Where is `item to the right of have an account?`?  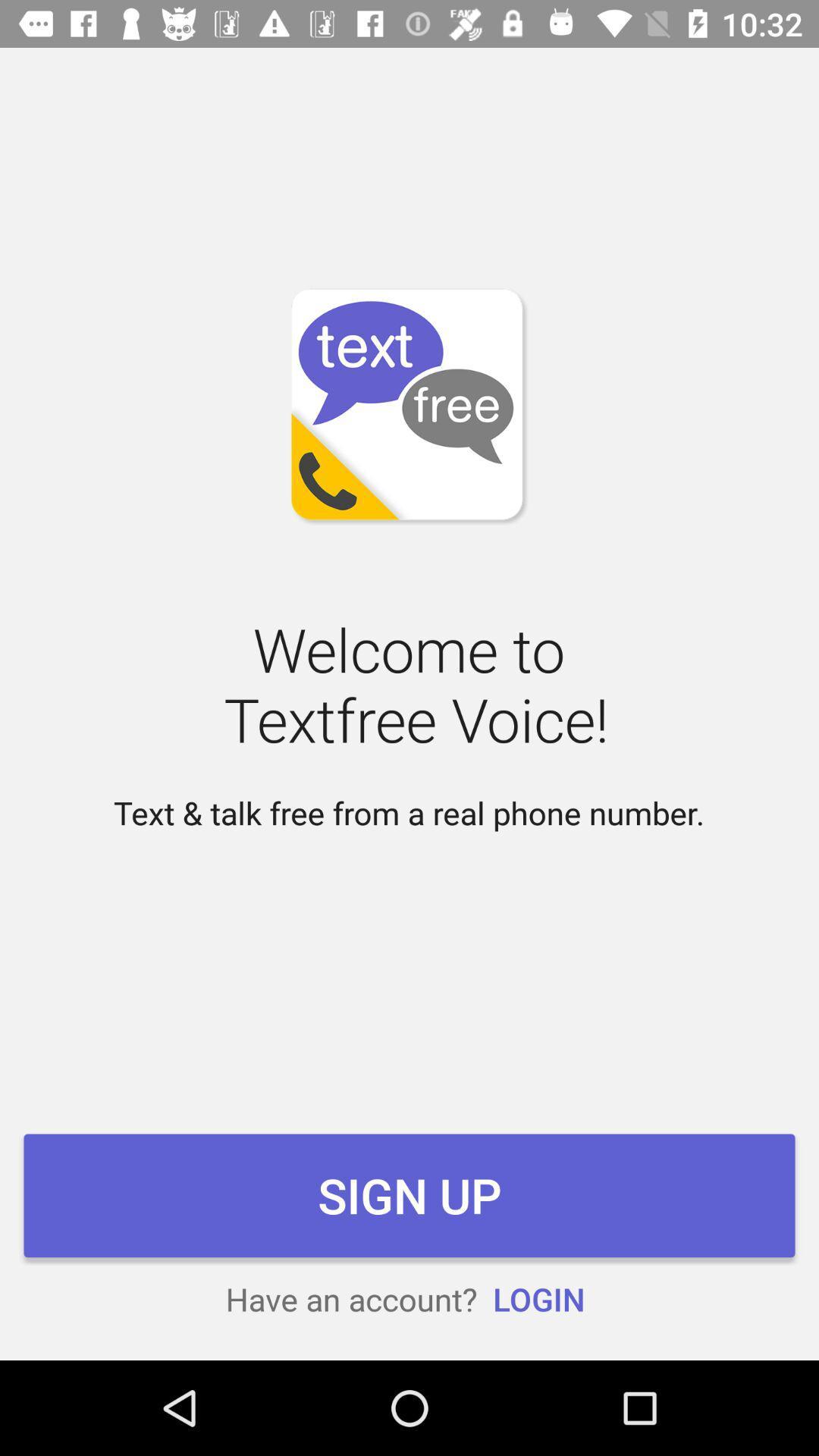
item to the right of have an account? is located at coordinates (538, 1298).